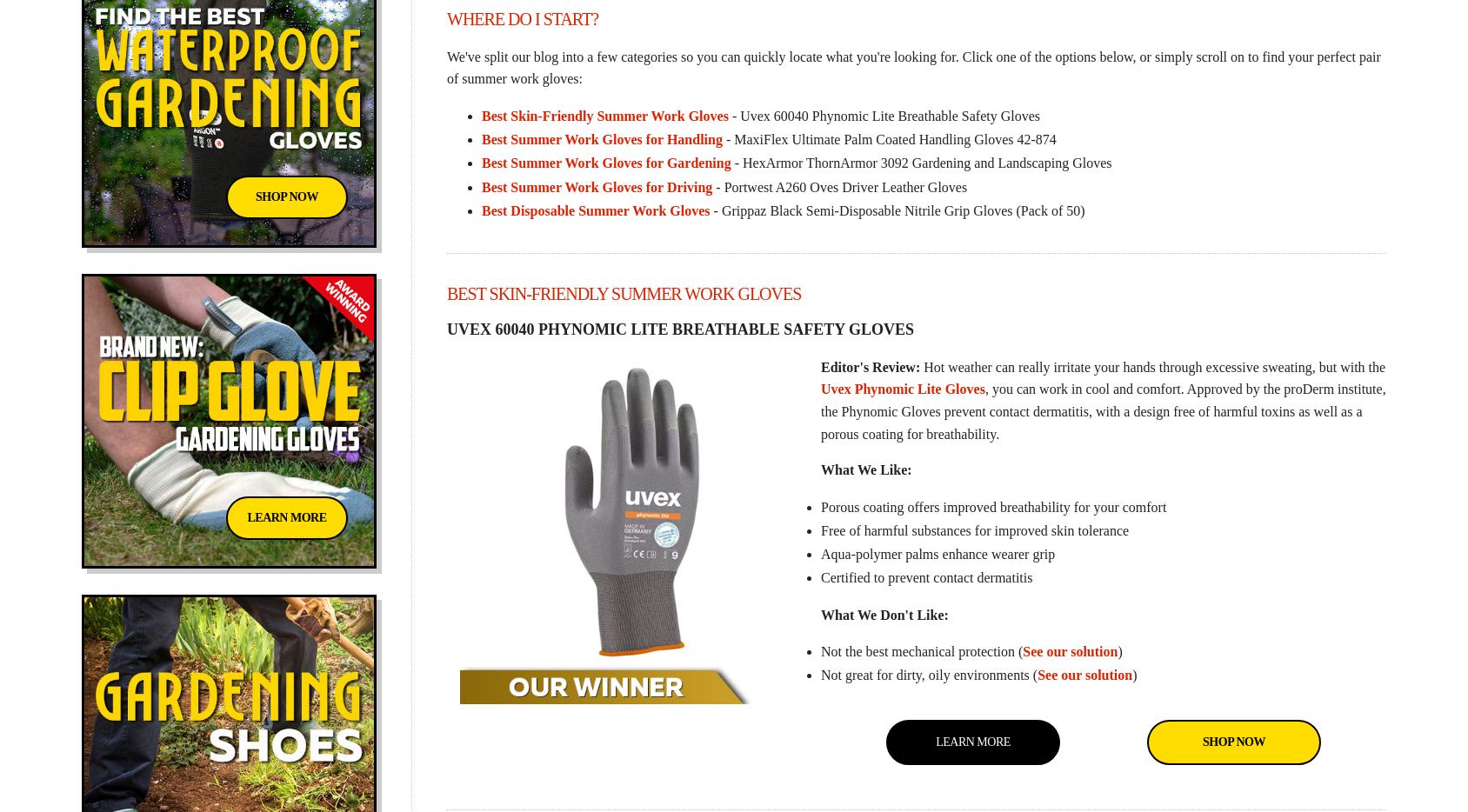 This screenshot has height=812, width=1468. Describe the element at coordinates (839, 185) in the screenshot. I see `'- Portwest A260 Oves Driver Leather Gloves'` at that location.